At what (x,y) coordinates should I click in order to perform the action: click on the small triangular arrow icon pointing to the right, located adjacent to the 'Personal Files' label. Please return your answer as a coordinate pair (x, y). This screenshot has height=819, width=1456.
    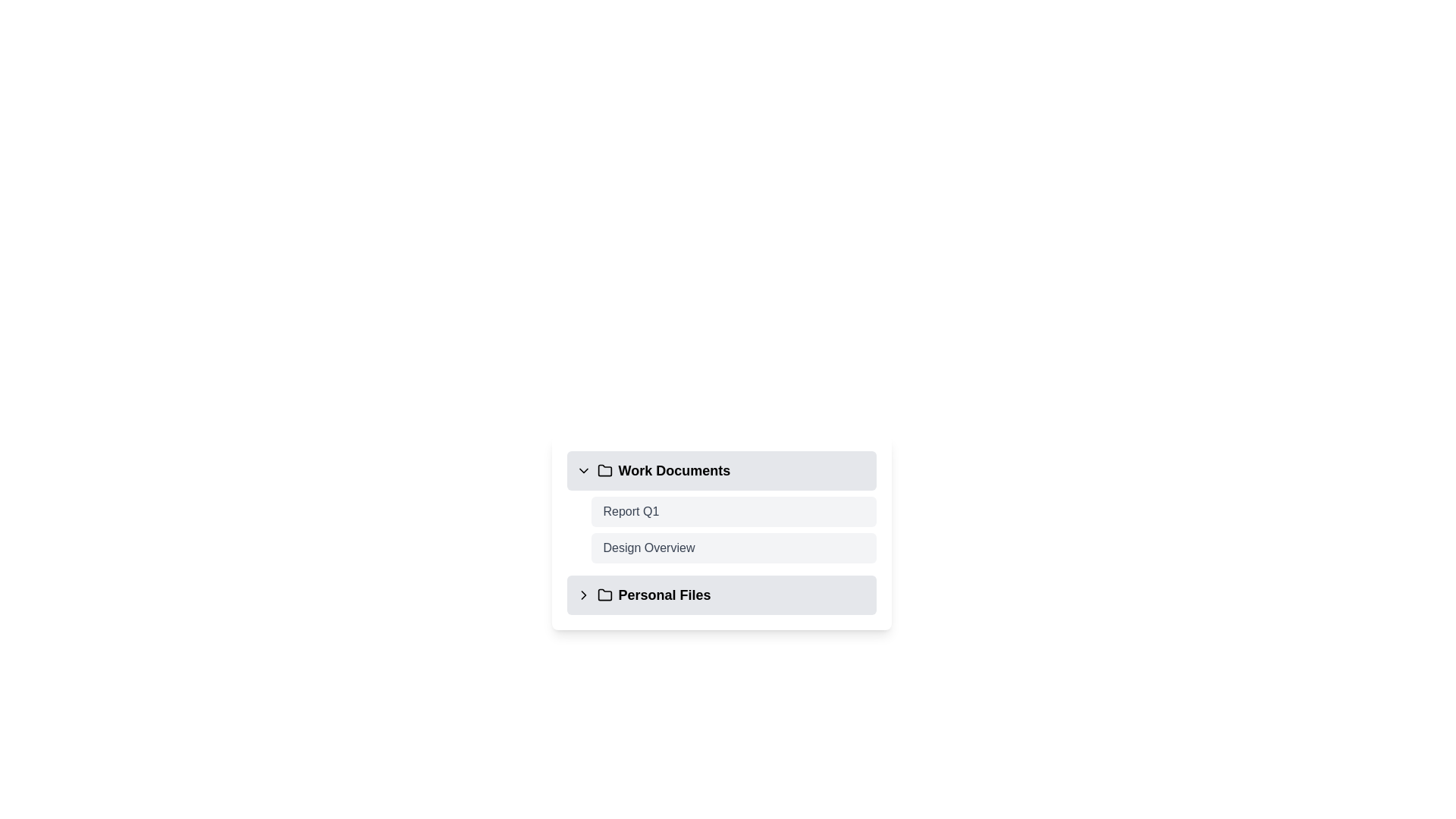
    Looking at the image, I should click on (582, 595).